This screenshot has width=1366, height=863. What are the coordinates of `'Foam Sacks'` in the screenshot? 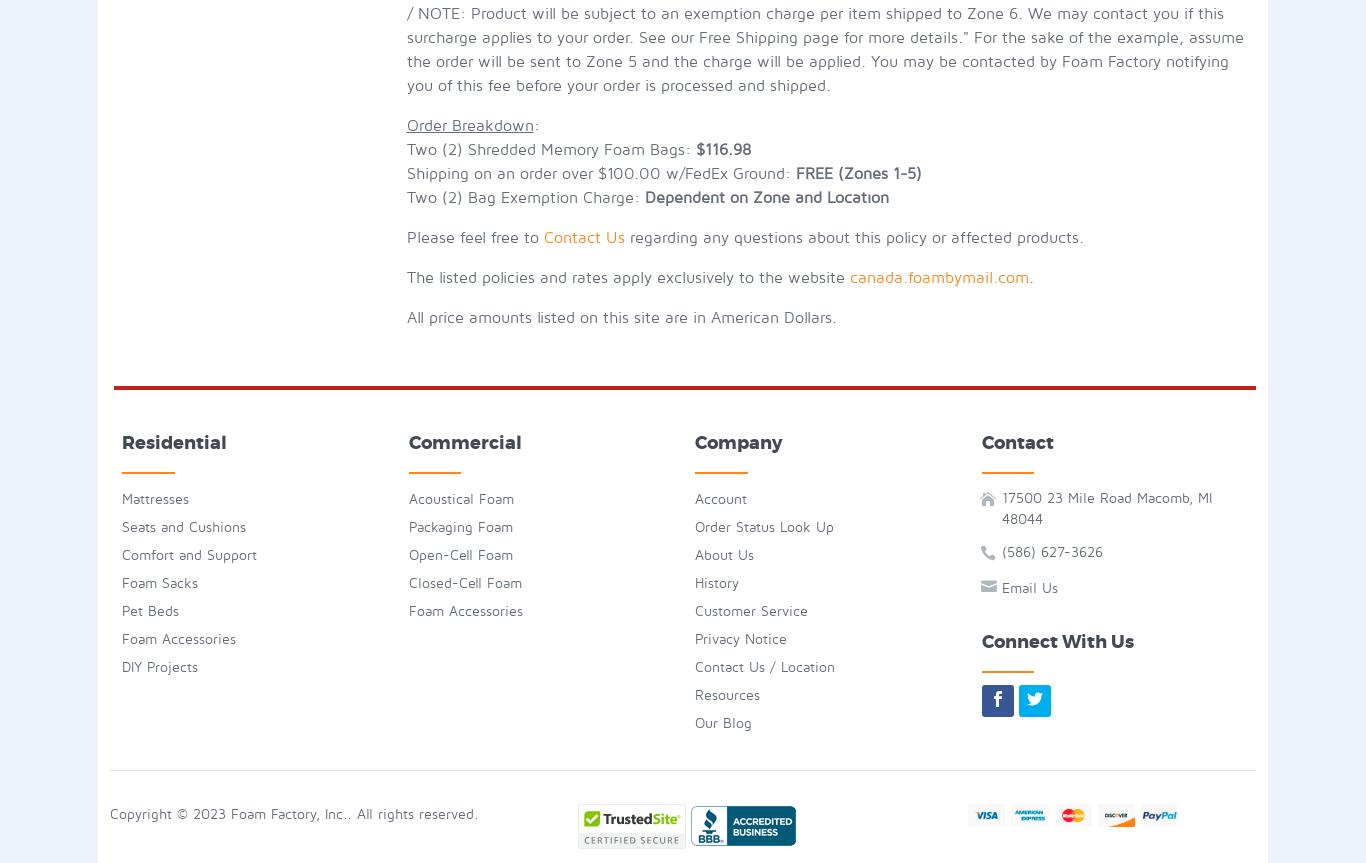 It's located at (120, 582).